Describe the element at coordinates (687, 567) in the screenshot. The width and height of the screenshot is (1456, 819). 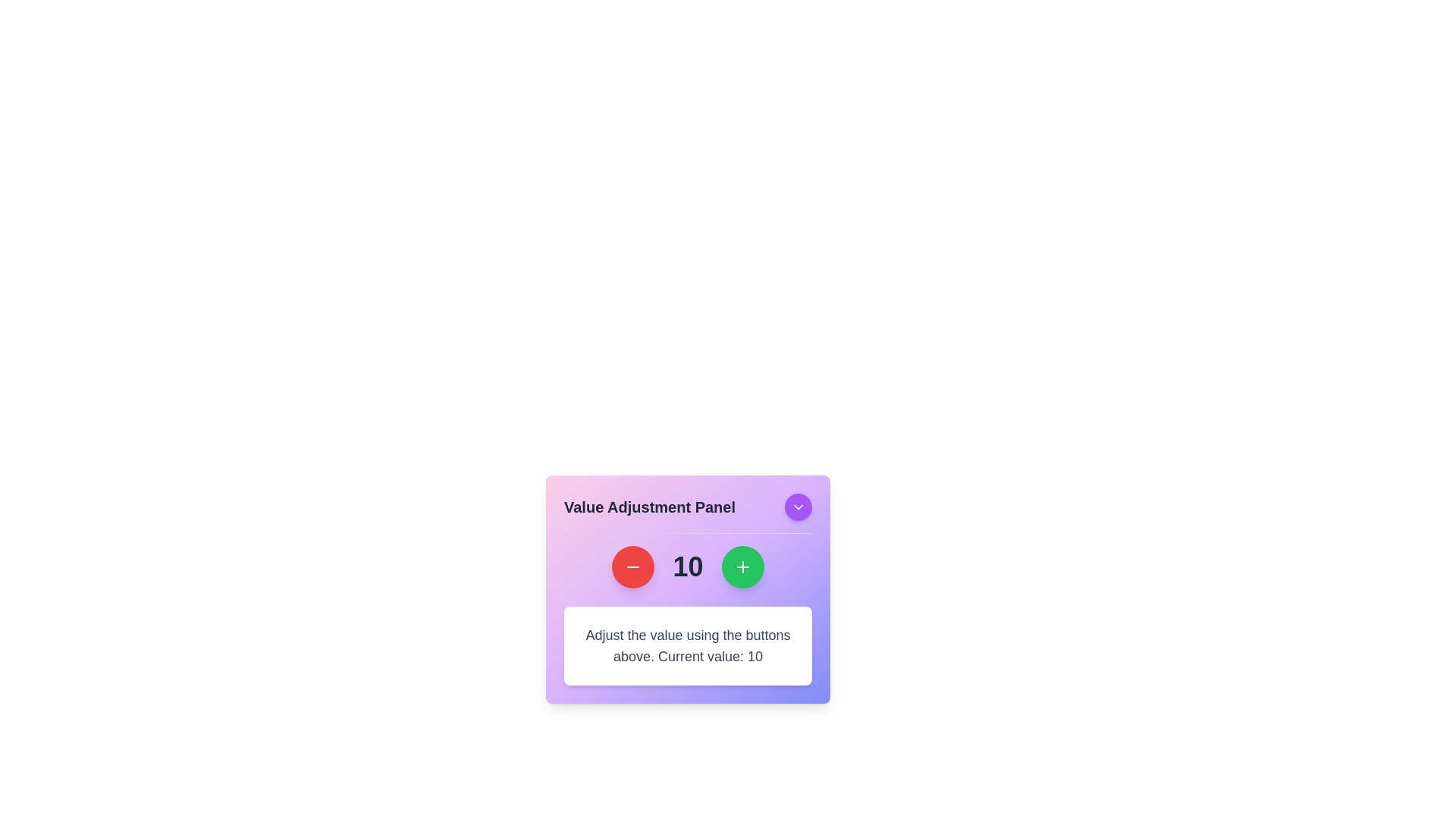
I see `the read-only text display located between the red circular minus button and the green circular plus button within the 'Value Adjustment Panel'` at that location.